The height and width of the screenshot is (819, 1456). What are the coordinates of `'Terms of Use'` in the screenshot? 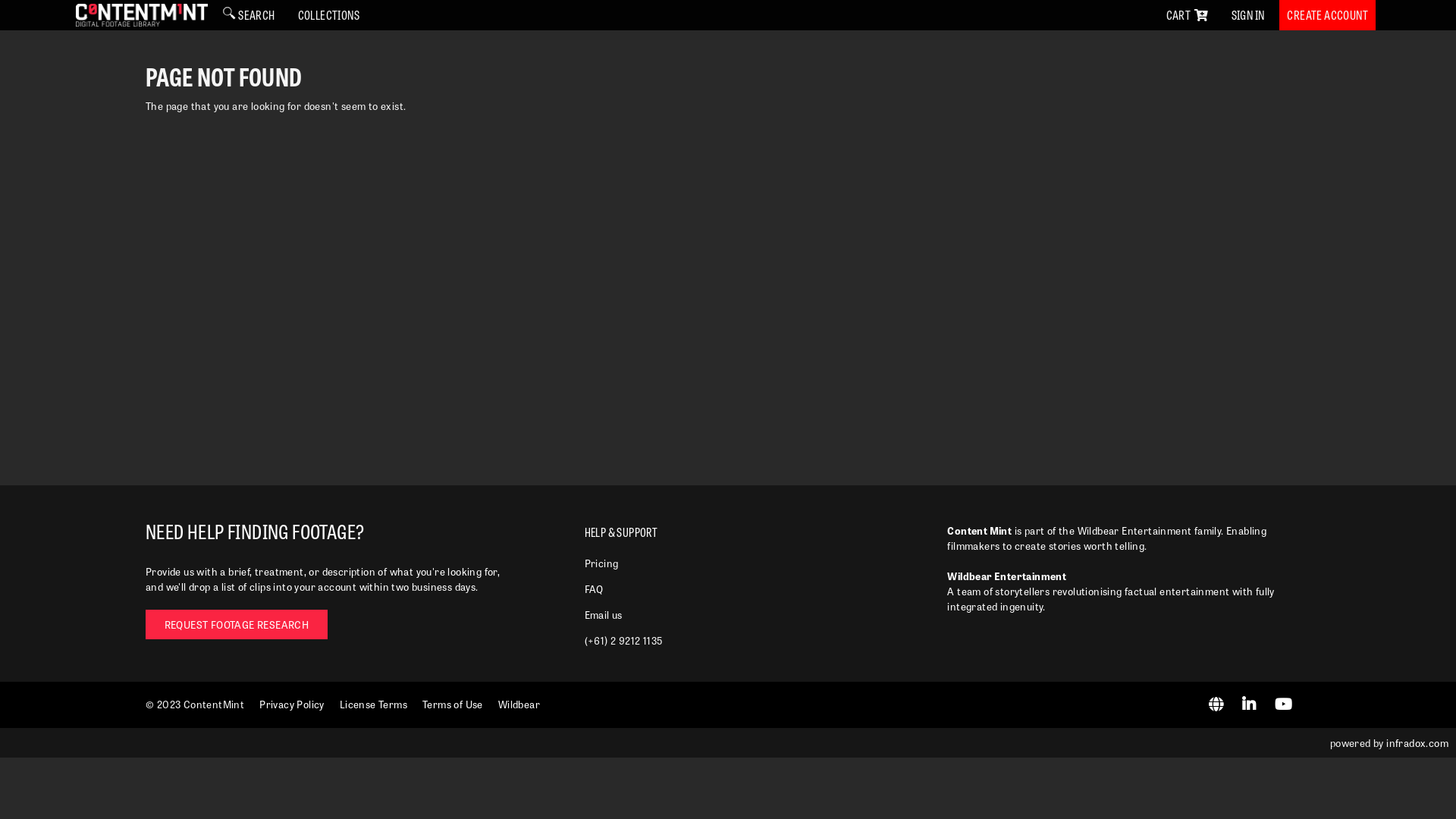 It's located at (451, 704).